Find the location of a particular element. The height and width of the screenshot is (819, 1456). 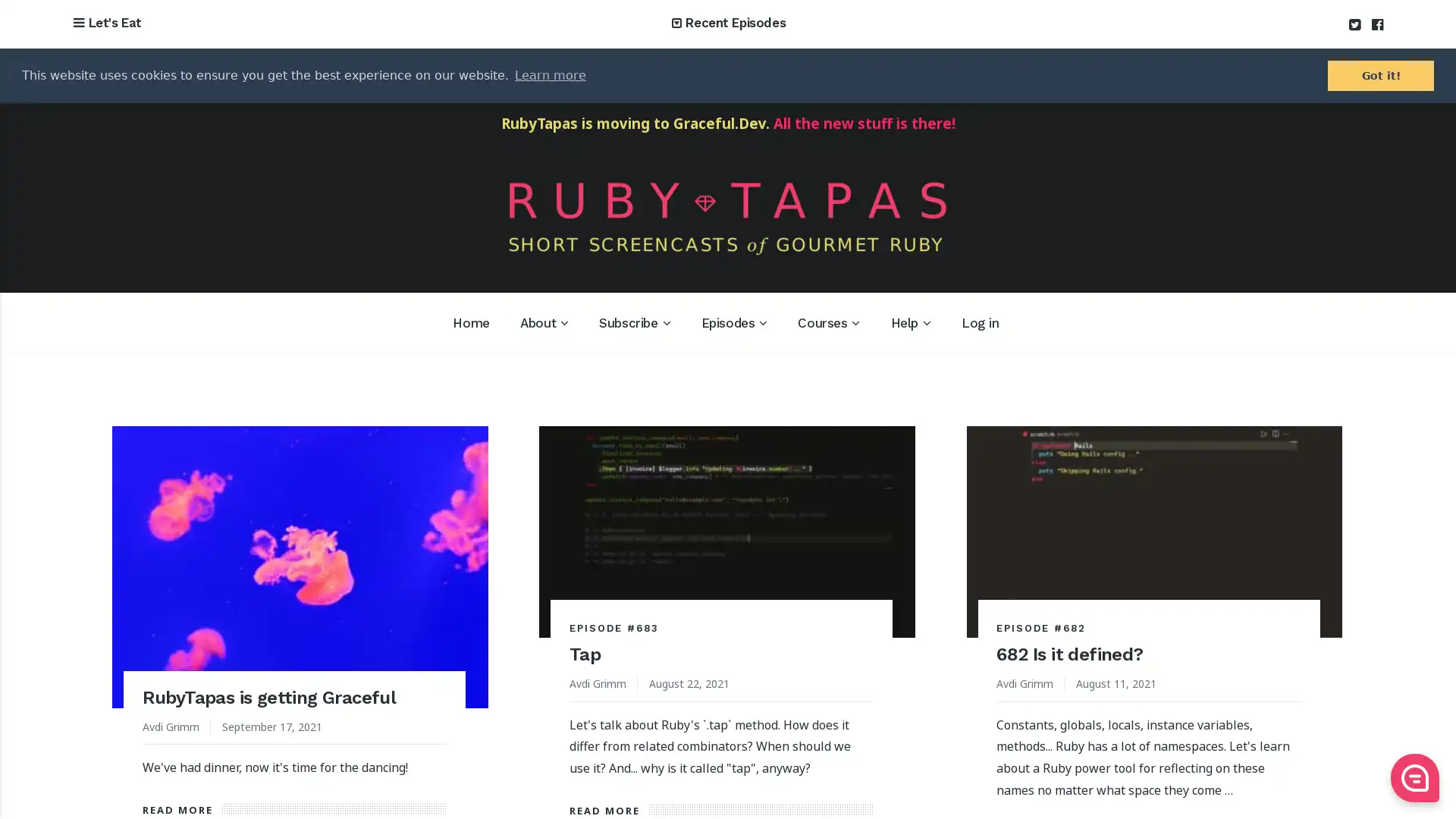

dismiss cookie message is located at coordinates (1380, 75).